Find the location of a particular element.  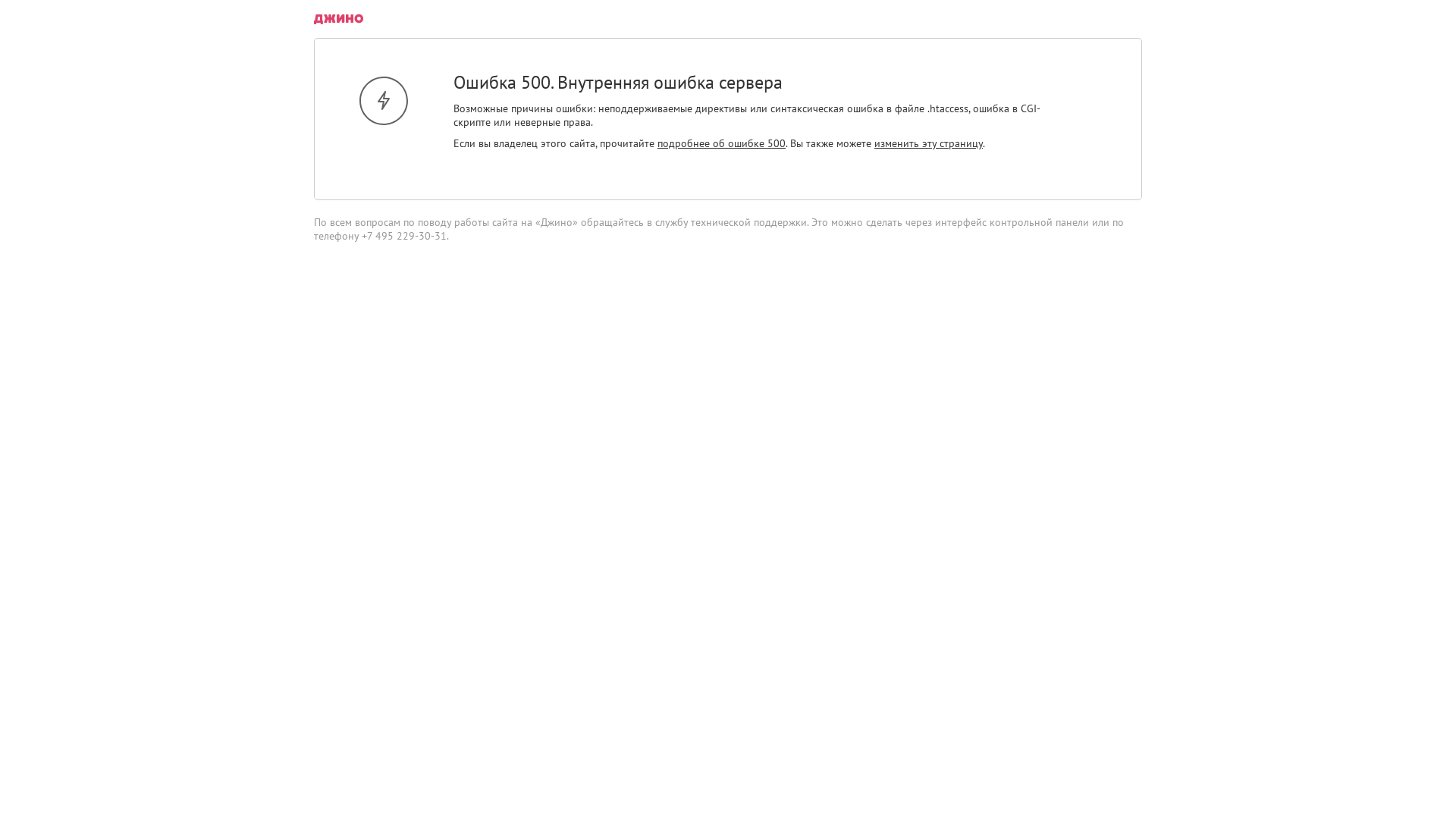

'+7 495 229-30-31' is located at coordinates (403, 236).